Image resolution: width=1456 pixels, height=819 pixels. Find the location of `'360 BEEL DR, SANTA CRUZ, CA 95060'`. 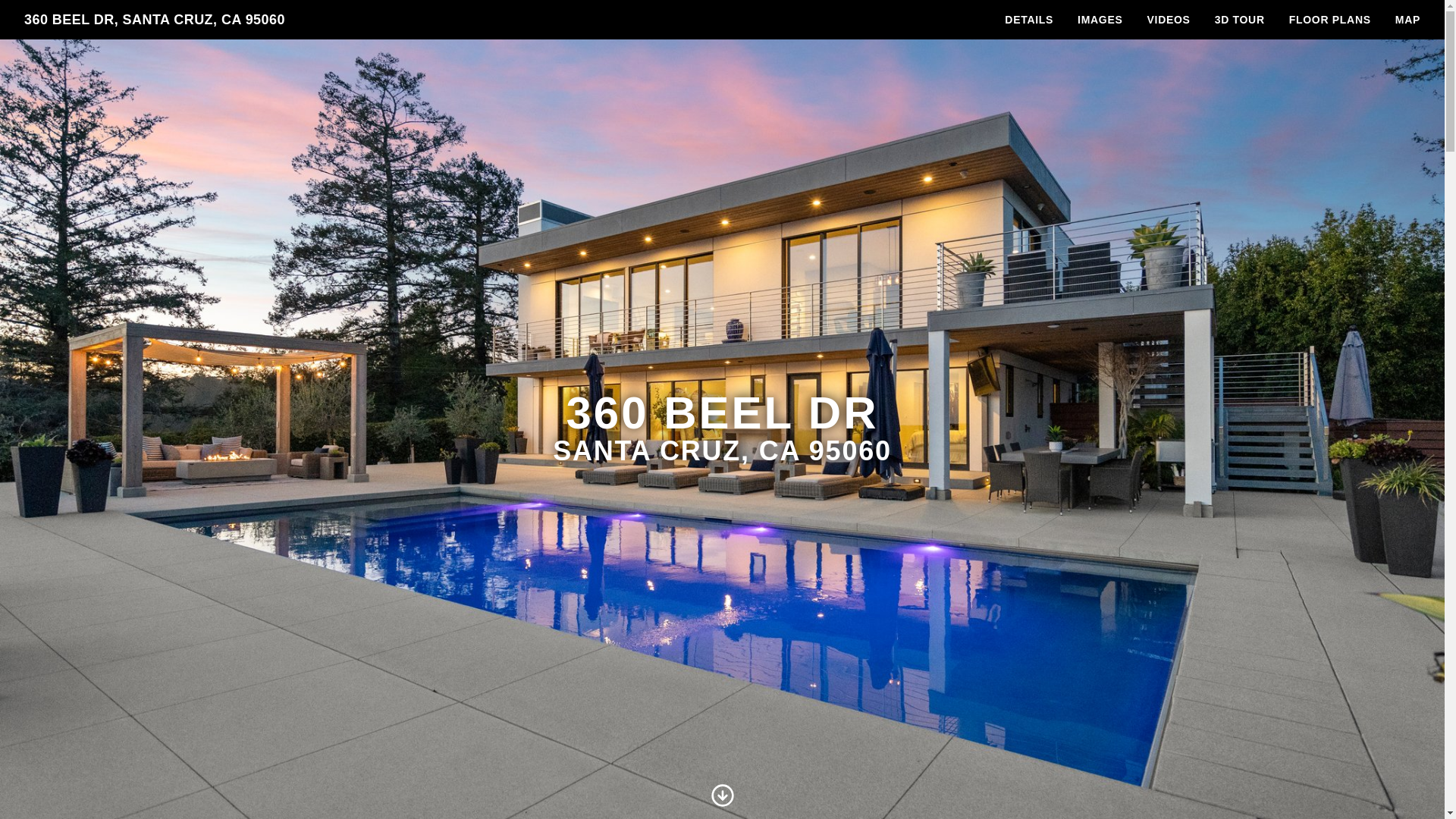

'360 BEEL DR, SANTA CRUZ, CA 95060' is located at coordinates (154, 20).